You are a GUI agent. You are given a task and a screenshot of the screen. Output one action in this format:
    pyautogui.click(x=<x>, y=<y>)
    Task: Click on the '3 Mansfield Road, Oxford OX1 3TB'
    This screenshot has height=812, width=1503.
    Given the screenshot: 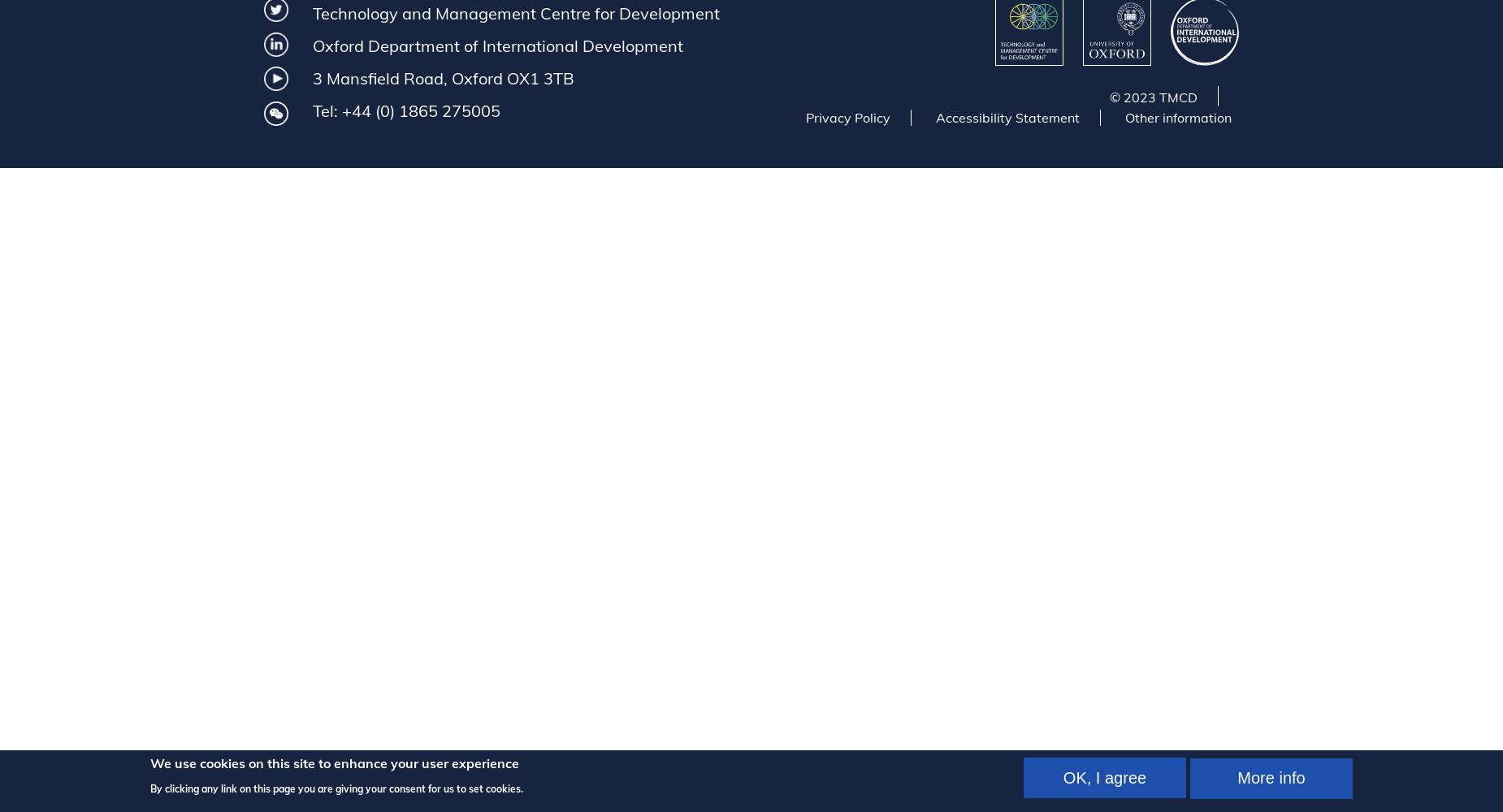 What is the action you would take?
    pyautogui.click(x=443, y=77)
    